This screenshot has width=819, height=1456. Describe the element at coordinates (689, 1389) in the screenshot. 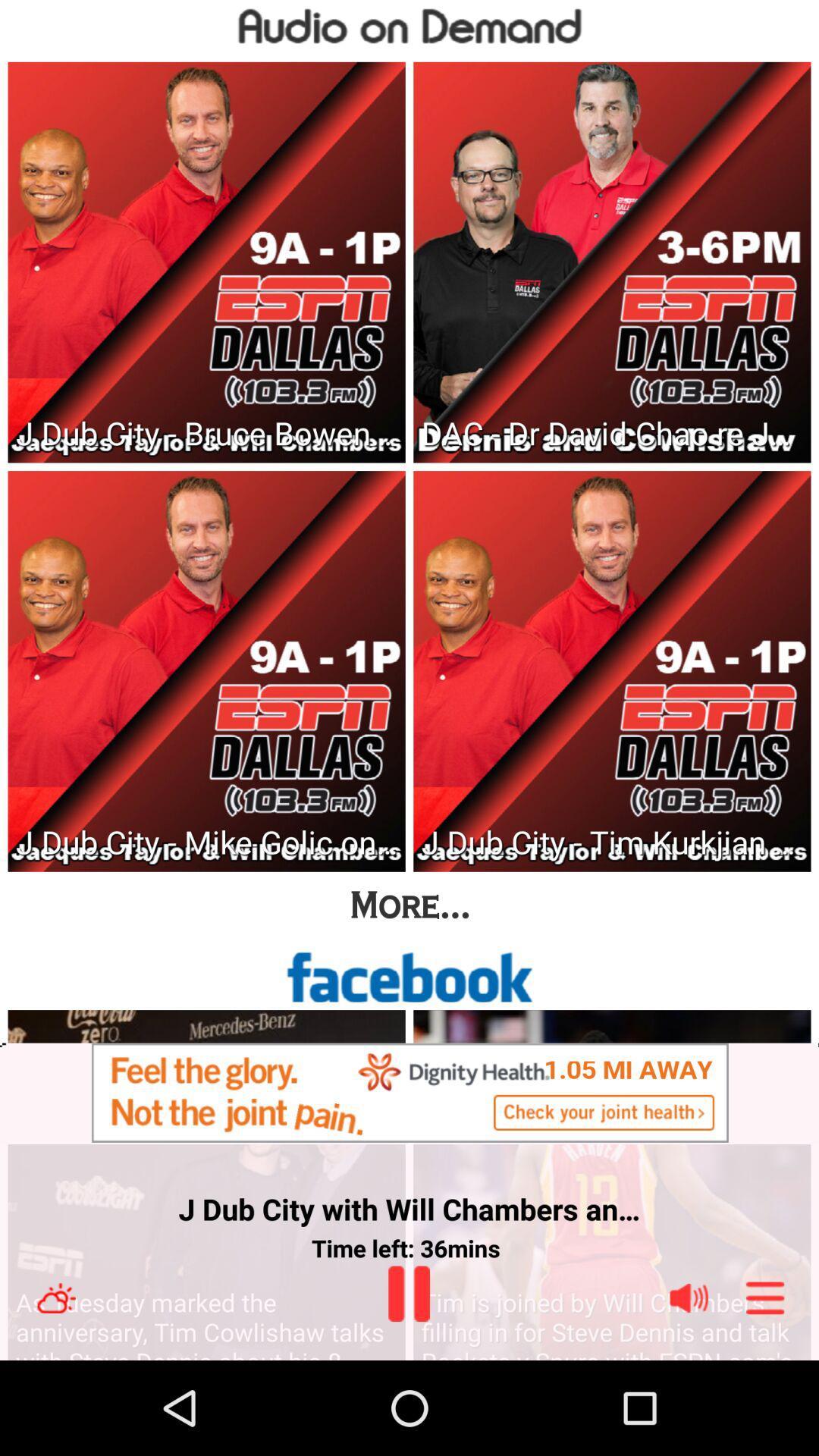

I see `the volume icon` at that location.